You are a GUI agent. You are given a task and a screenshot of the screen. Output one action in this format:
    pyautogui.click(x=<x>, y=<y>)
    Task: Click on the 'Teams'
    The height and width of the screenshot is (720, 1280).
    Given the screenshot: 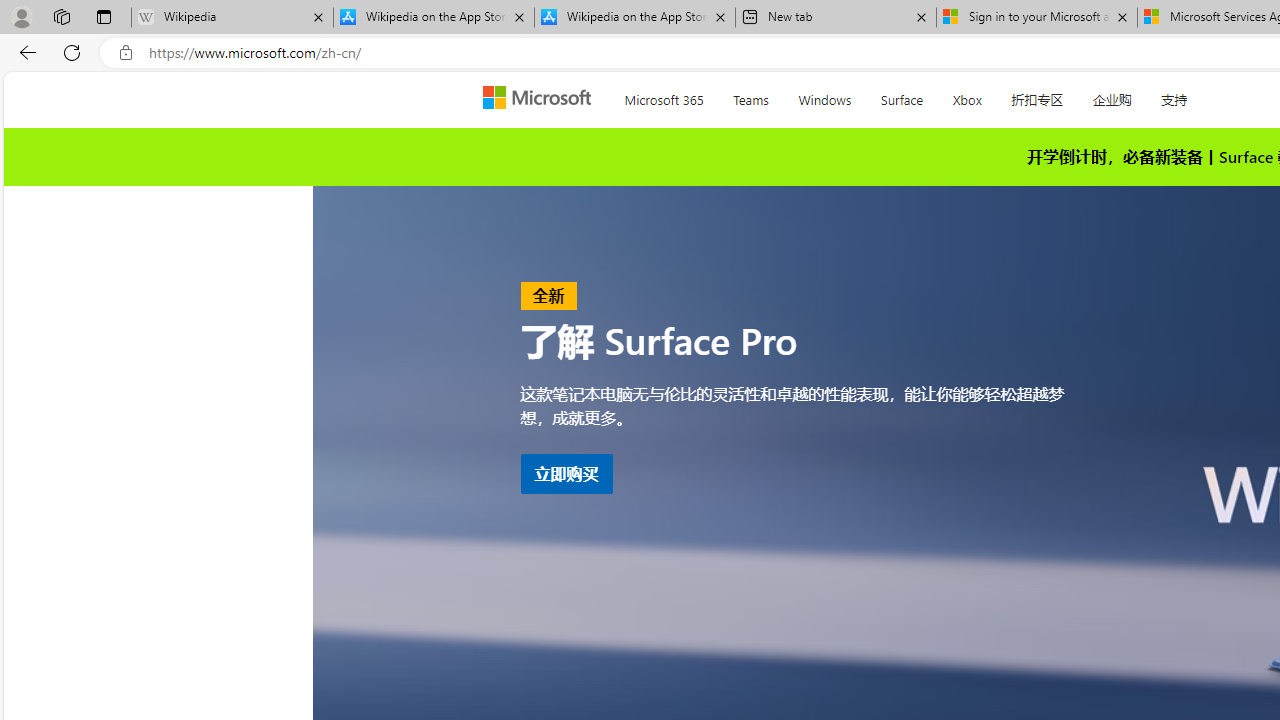 What is the action you would take?
    pyautogui.click(x=750, y=96)
    